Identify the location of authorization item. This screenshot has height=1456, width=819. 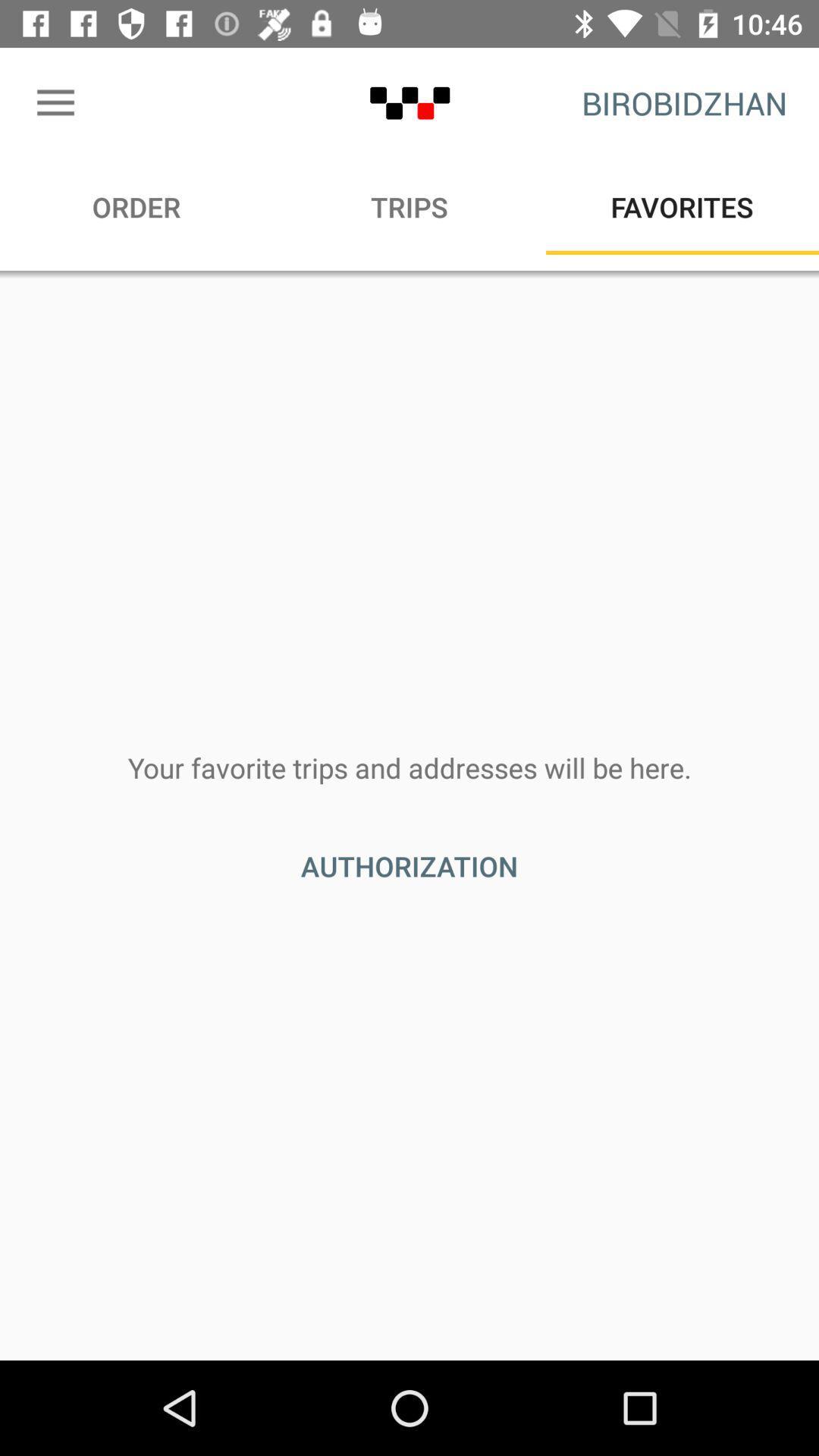
(409, 866).